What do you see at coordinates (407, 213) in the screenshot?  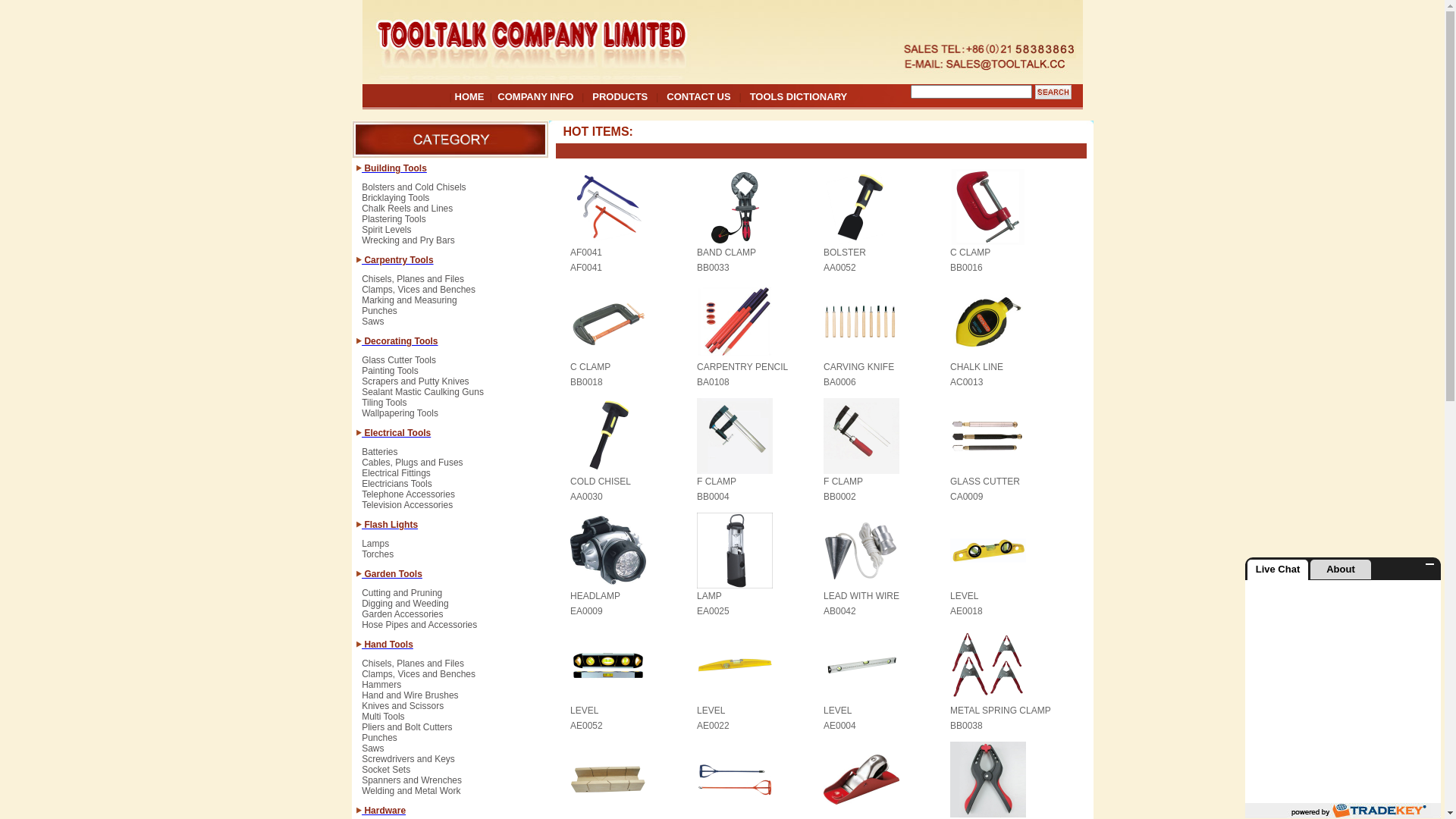 I see `'Chalk Reels and Lines'` at bounding box center [407, 213].